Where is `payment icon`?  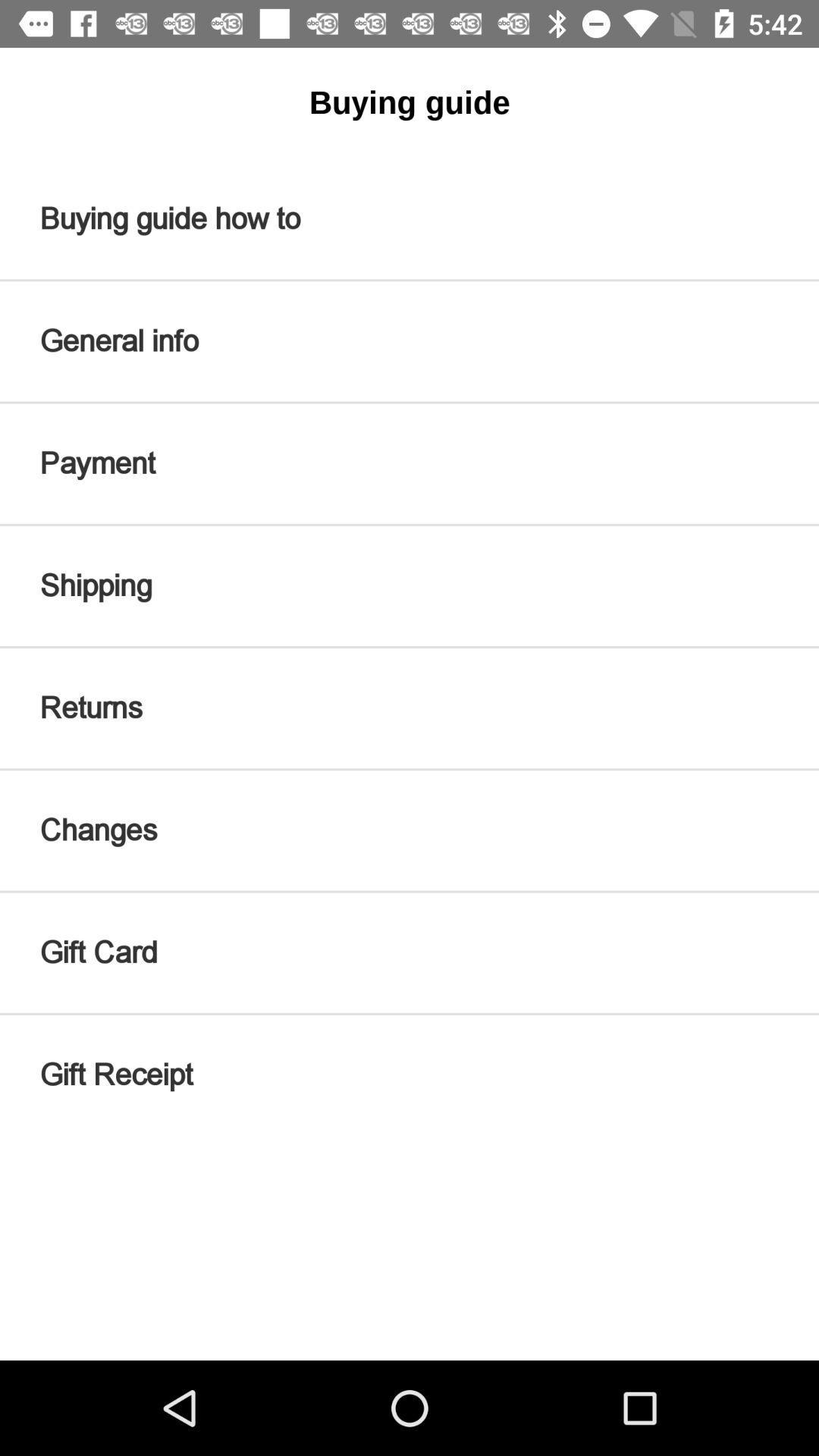 payment icon is located at coordinates (409, 463).